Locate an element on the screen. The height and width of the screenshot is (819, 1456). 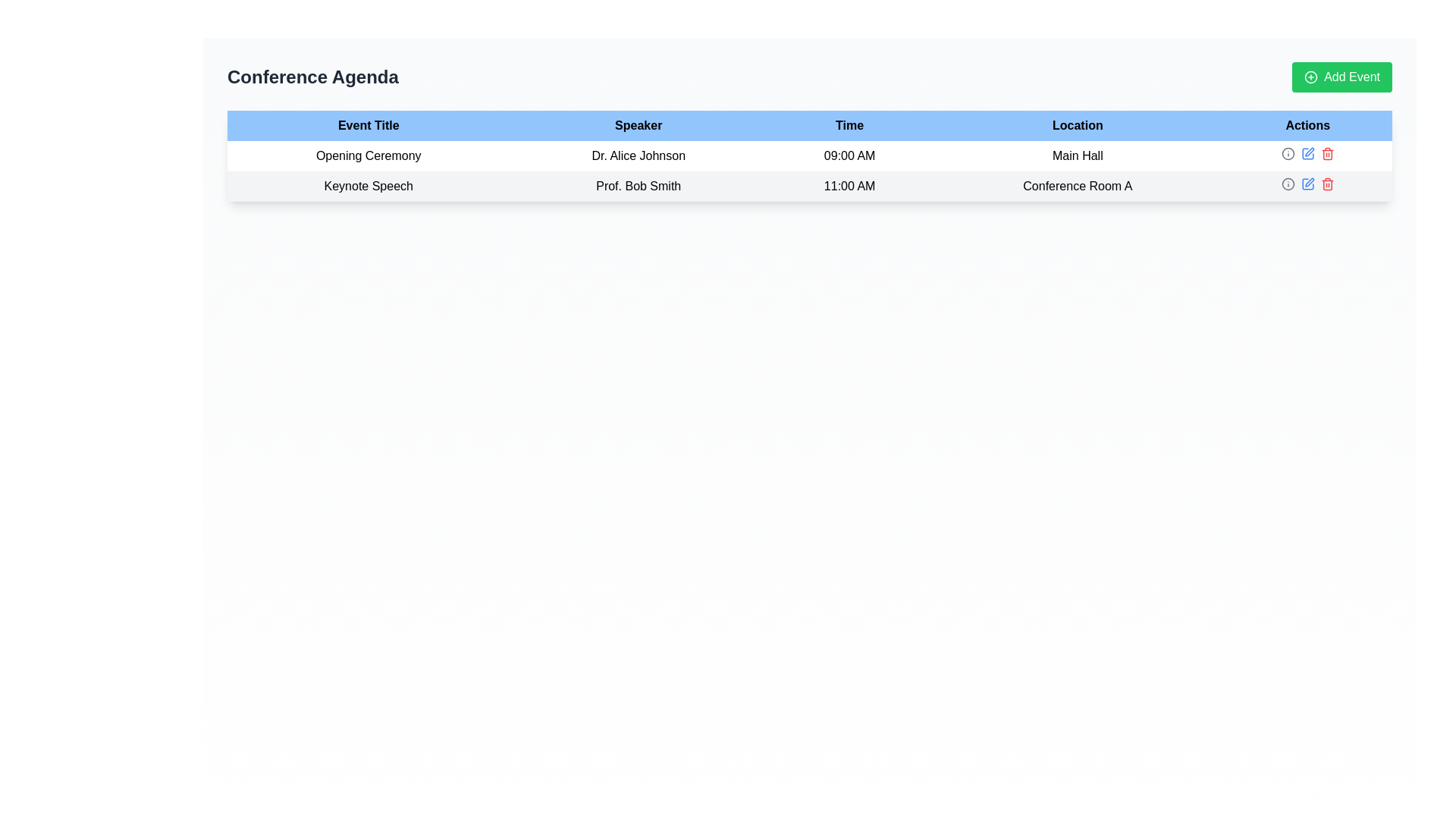
the middle rectangle of the trash icon located in the 'Actions' section of the second row of the events table is located at coordinates (1326, 184).